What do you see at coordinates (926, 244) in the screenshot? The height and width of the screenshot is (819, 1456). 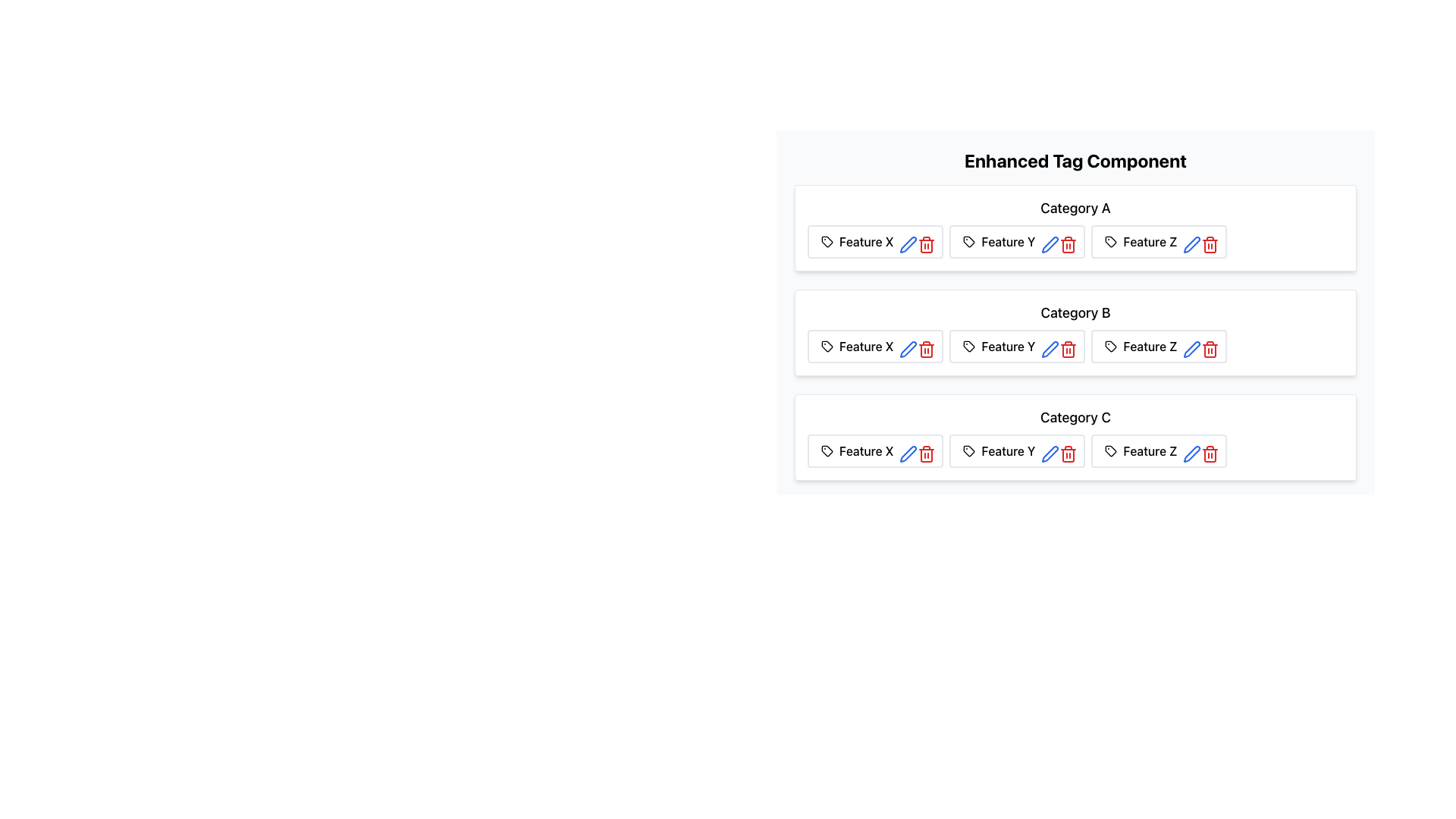 I see `the delete icon button associated with 'Feature X' under 'Category A'` at bounding box center [926, 244].